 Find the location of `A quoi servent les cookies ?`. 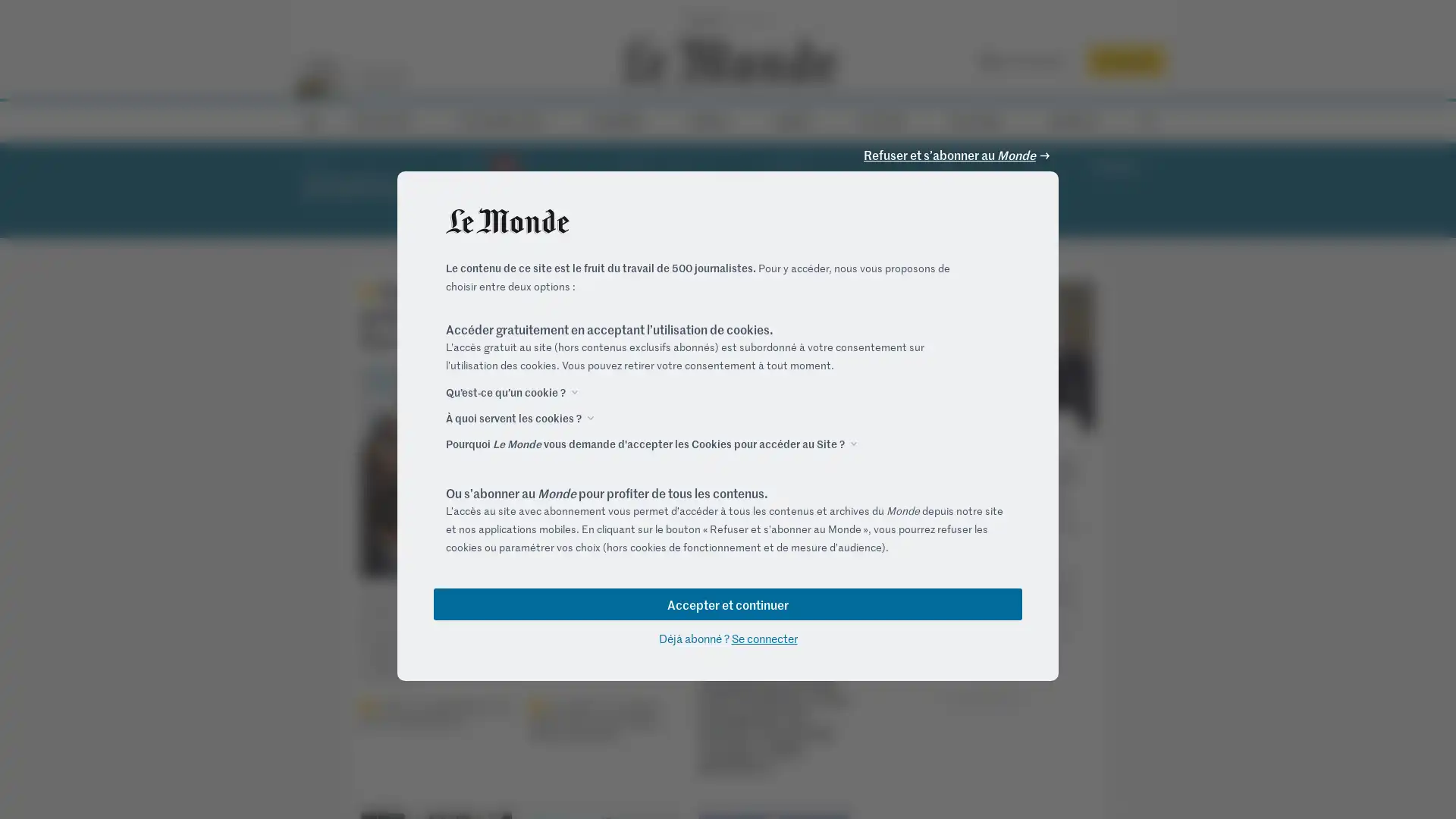

A quoi servent les cookies ? is located at coordinates (513, 418).